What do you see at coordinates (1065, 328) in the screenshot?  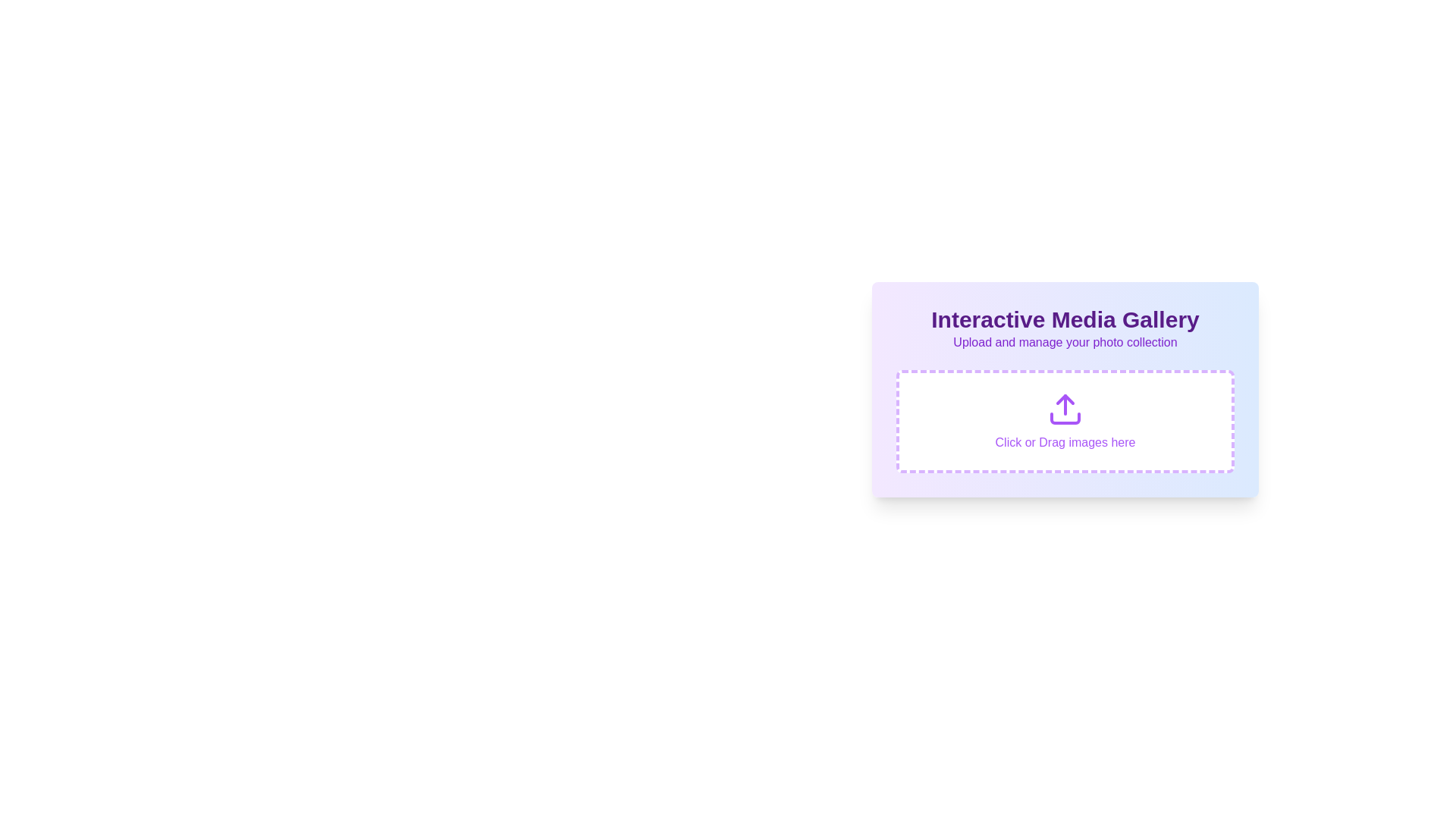 I see `the text block that describes the section's functionality for uploading and managing photo collections, which is positioned above the 'Click or Drag images here' instruction and the upload icon` at bounding box center [1065, 328].